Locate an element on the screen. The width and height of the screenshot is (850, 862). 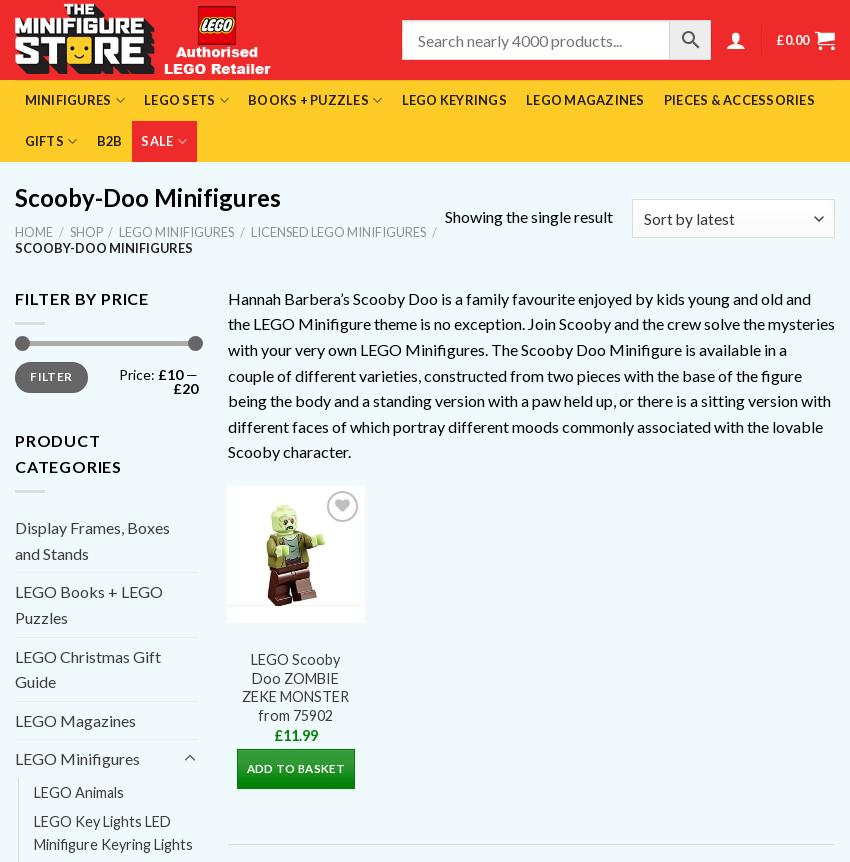
'Filter' is located at coordinates (51, 375).